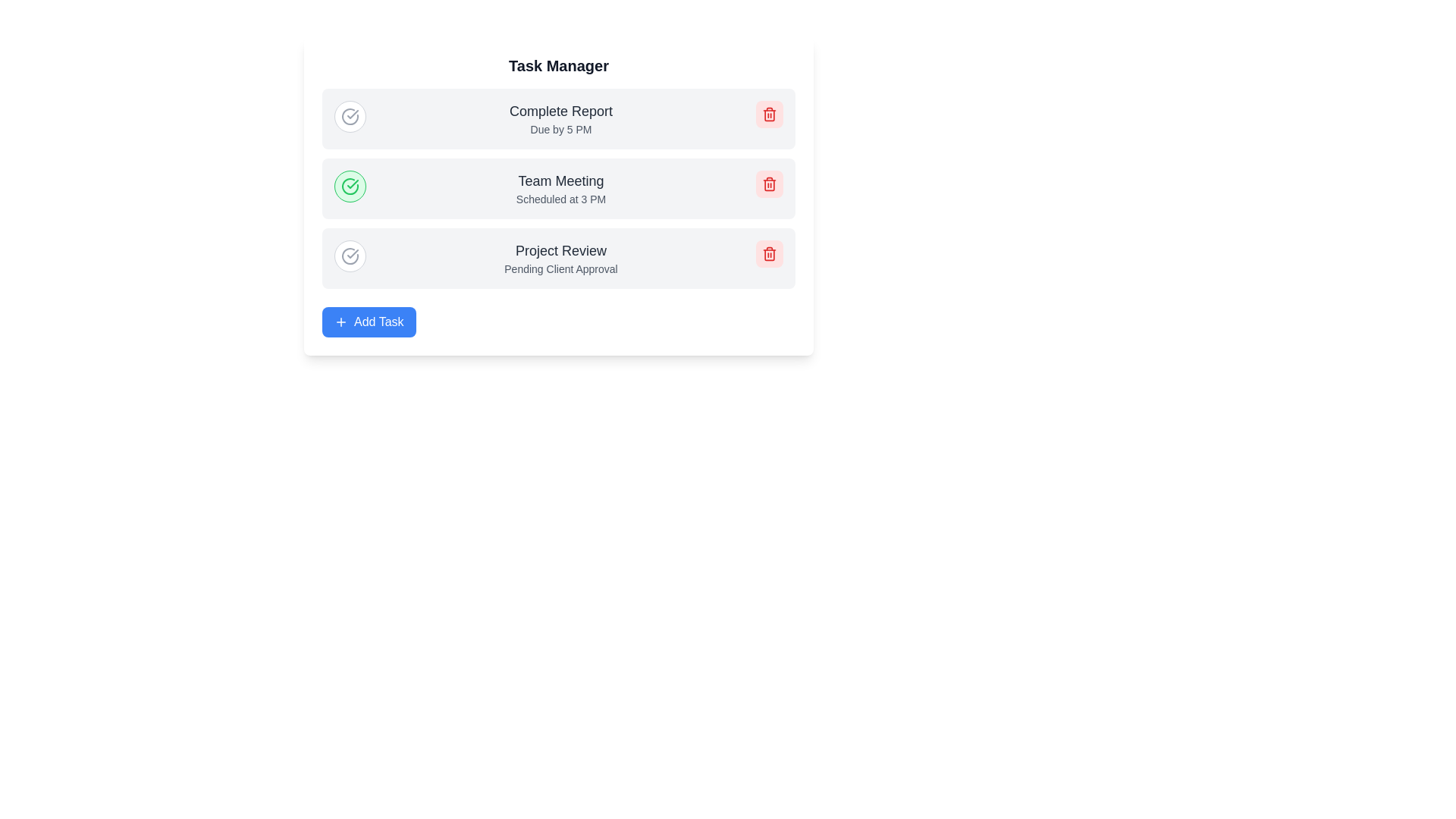 The width and height of the screenshot is (1456, 819). Describe the element at coordinates (560, 198) in the screenshot. I see `the text label displaying 'Scheduled at 3 PM' located beneath the 'Team Meeting' title in the task management interface` at that location.